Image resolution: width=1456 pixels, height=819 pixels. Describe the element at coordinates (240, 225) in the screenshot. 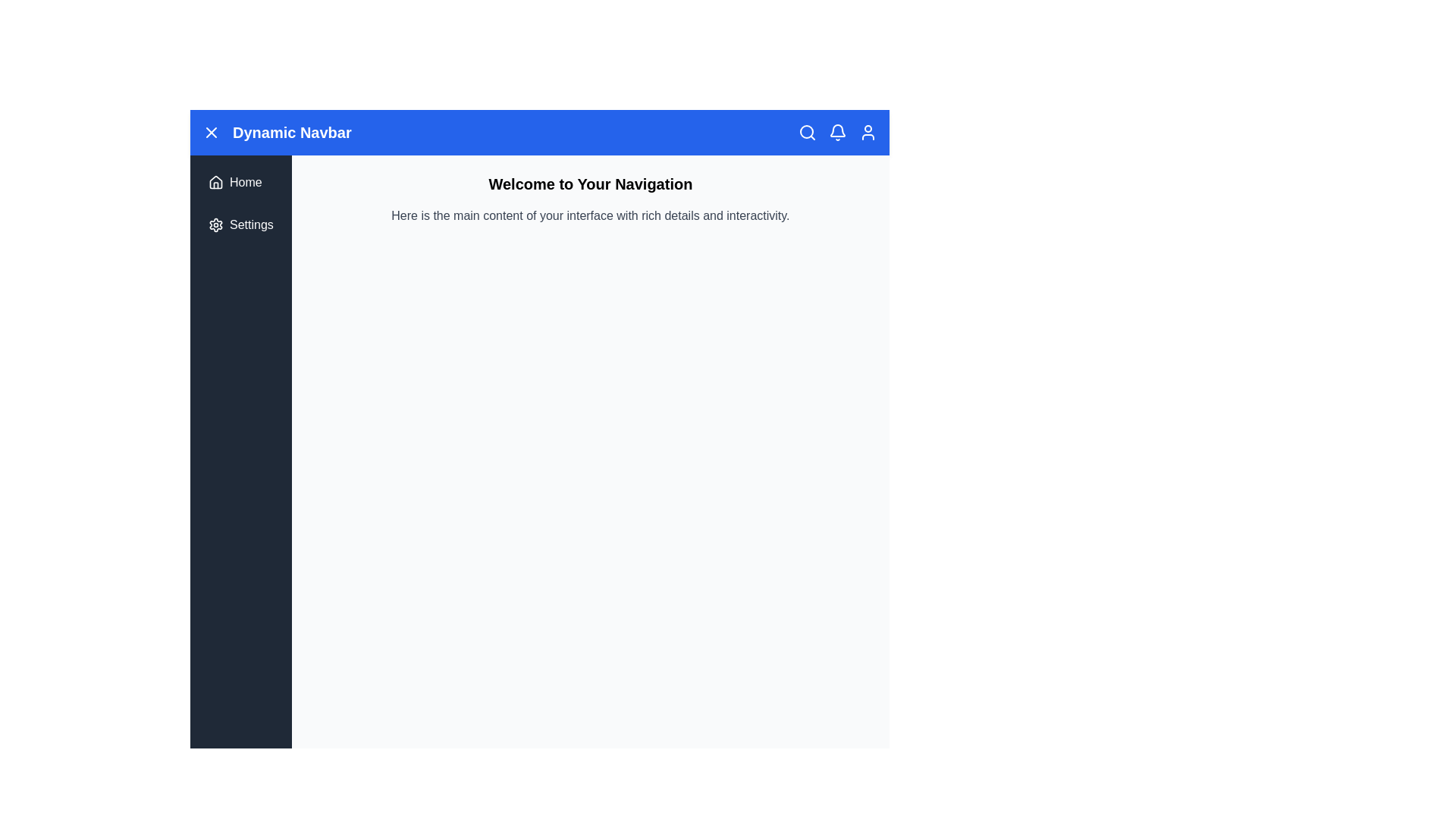

I see `on the navigation link for 'Settings' located in the vertical navigation bar, which is the second item below 'Home'` at that location.